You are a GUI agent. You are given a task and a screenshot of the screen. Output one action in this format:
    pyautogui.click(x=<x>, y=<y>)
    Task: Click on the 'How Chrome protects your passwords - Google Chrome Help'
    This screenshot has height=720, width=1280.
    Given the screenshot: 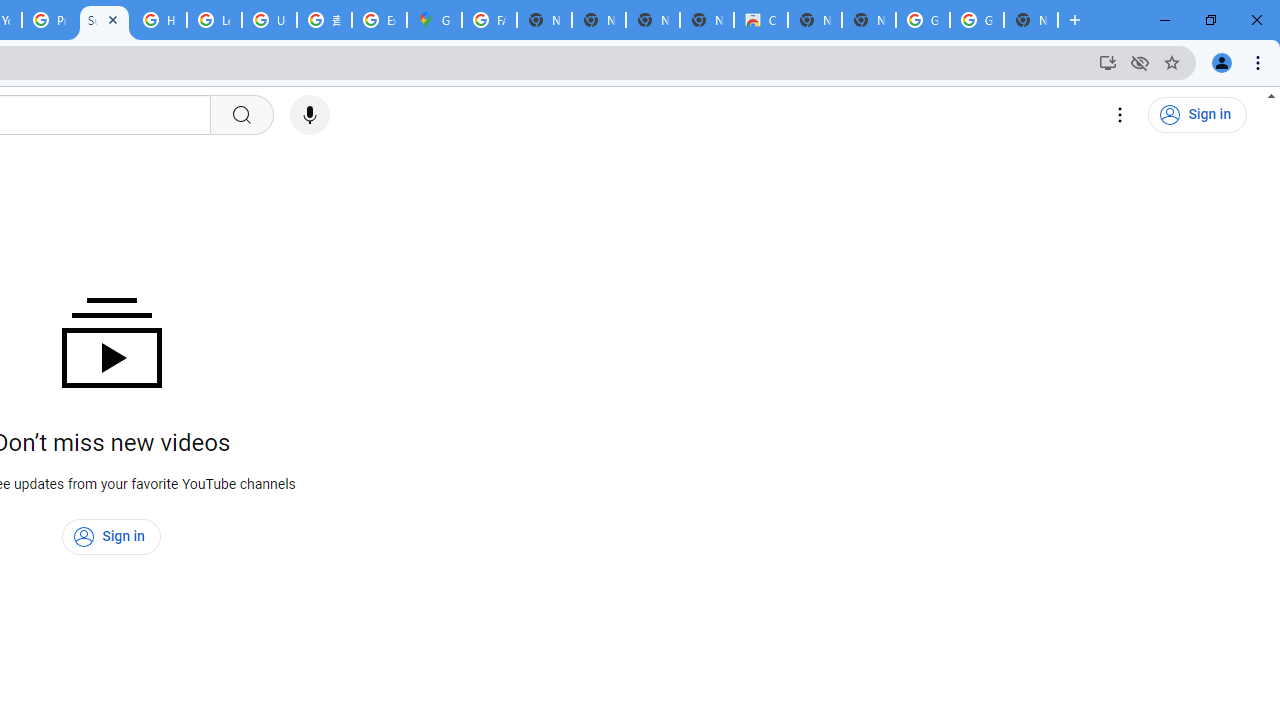 What is the action you would take?
    pyautogui.click(x=158, y=20)
    